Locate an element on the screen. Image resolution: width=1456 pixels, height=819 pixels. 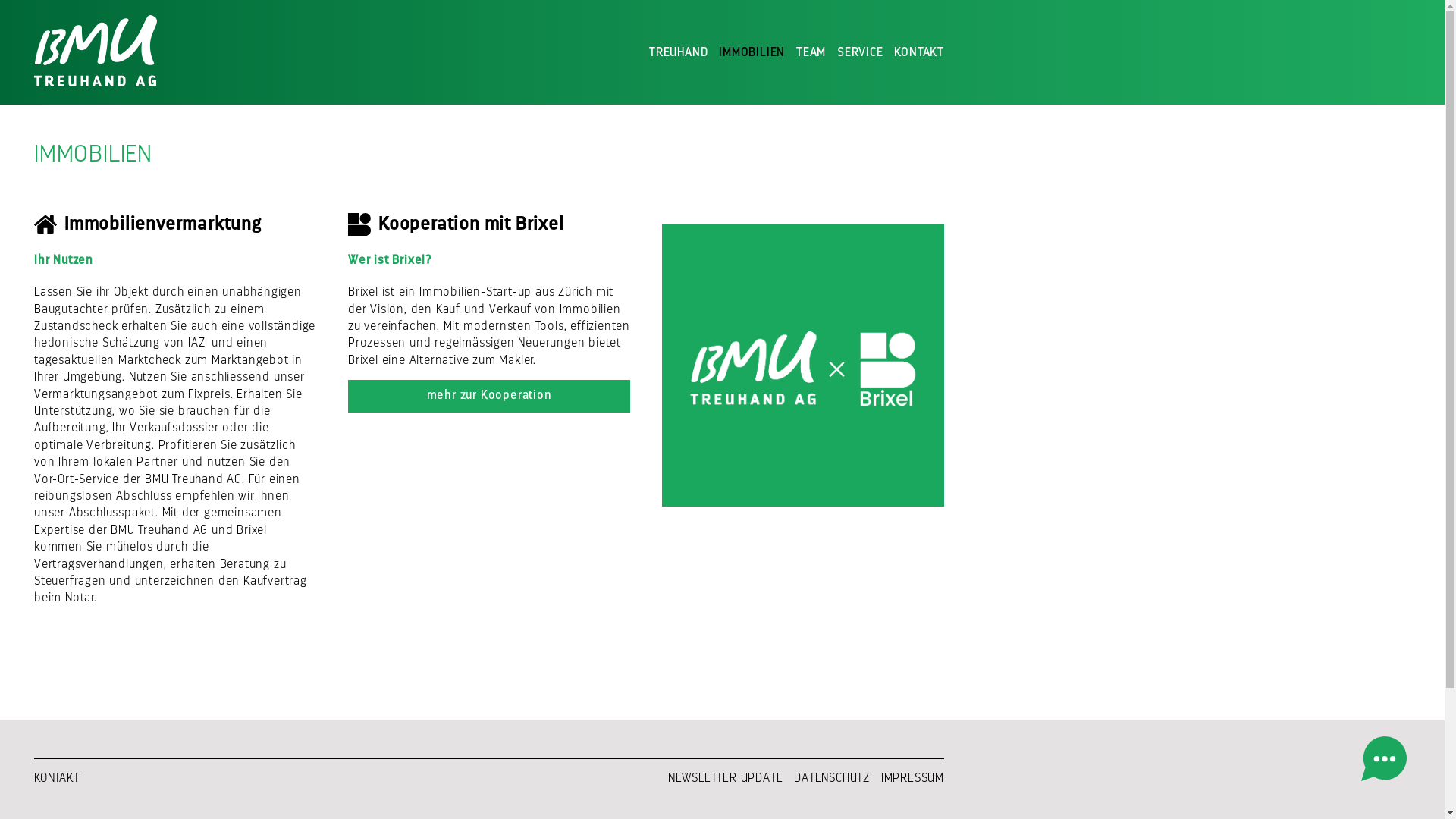
'KONTAKT' is located at coordinates (57, 777).